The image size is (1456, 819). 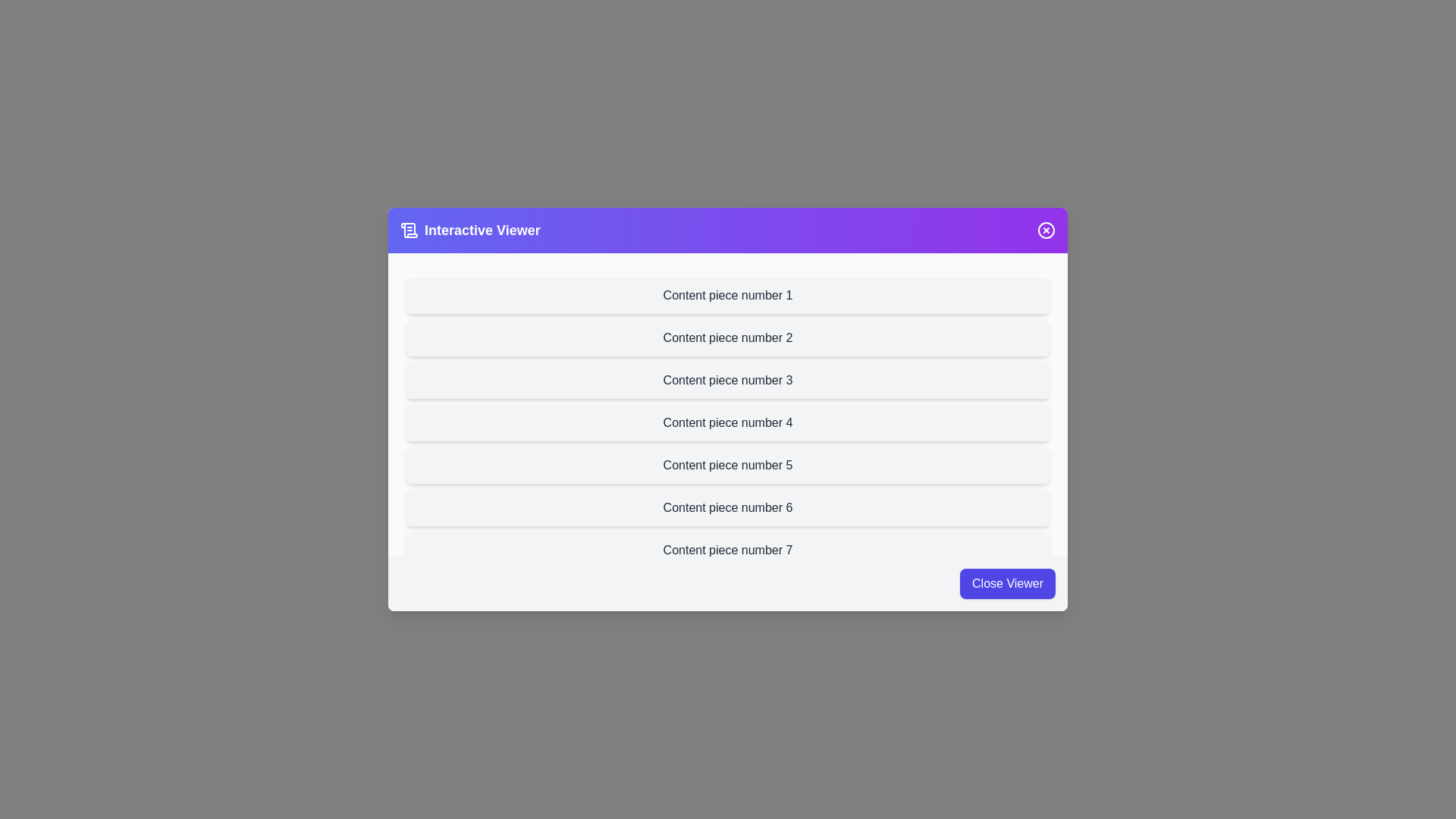 What do you see at coordinates (728, 379) in the screenshot?
I see `the content item labeled 'Content piece number 3' to observe its hover effect` at bounding box center [728, 379].